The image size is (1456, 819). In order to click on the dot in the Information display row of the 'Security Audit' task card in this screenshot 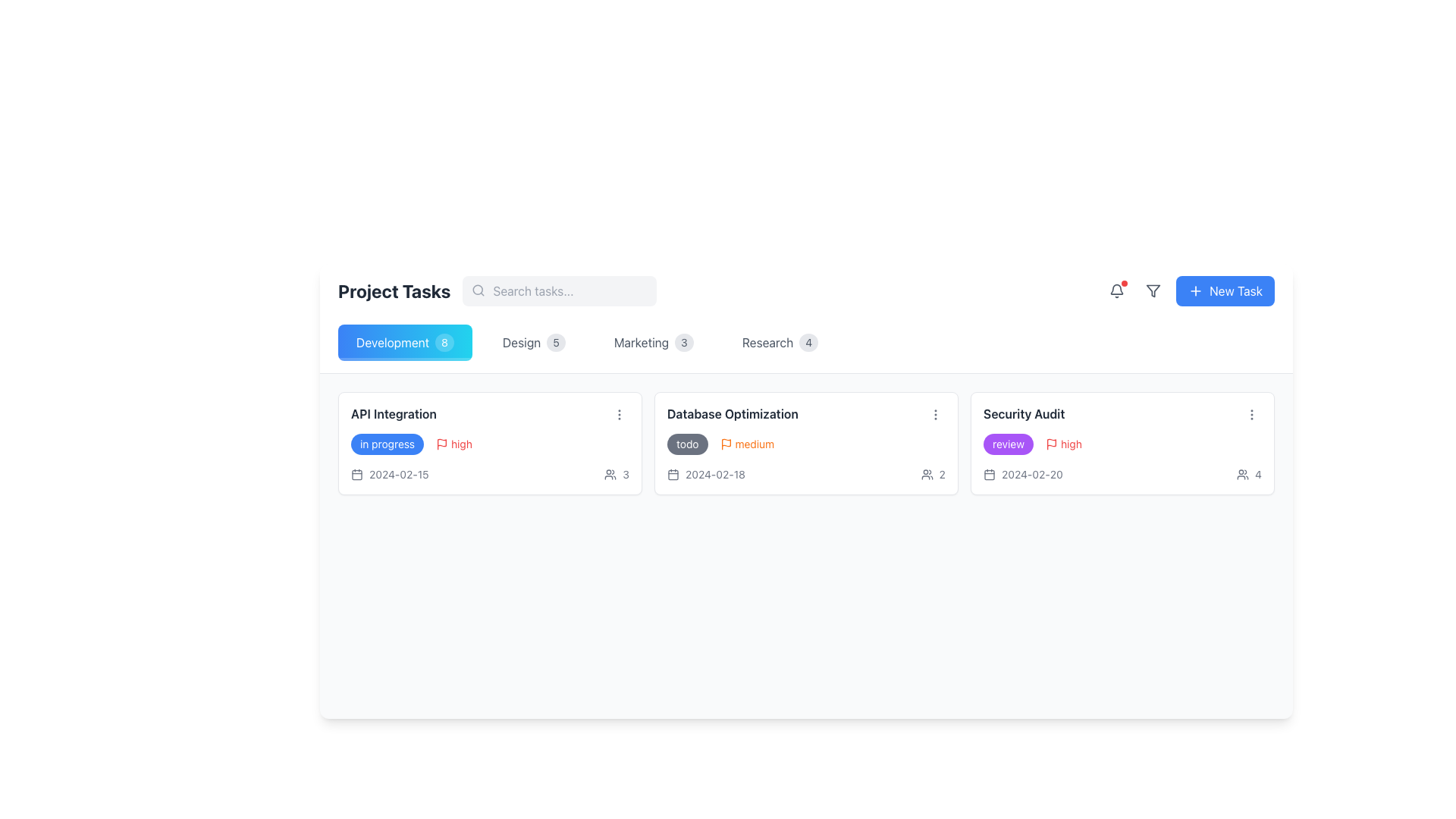, I will do `click(1122, 473)`.